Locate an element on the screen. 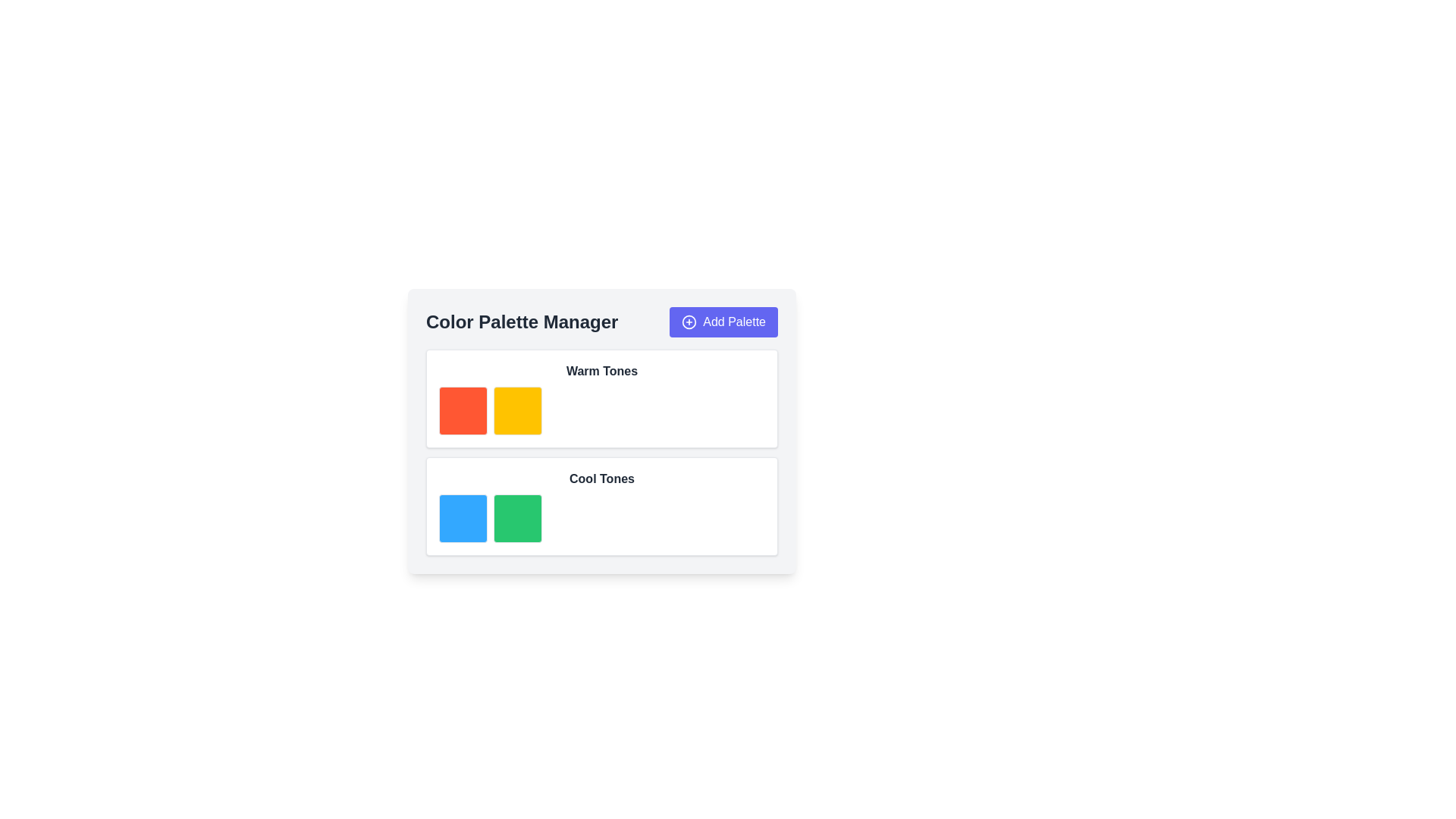 This screenshot has height=819, width=1456. the 'Add Palette' button located in the top-right corner of the Color Palette Manager, which features an indigo background and a circular icon with a plus sign is located at coordinates (723, 321).